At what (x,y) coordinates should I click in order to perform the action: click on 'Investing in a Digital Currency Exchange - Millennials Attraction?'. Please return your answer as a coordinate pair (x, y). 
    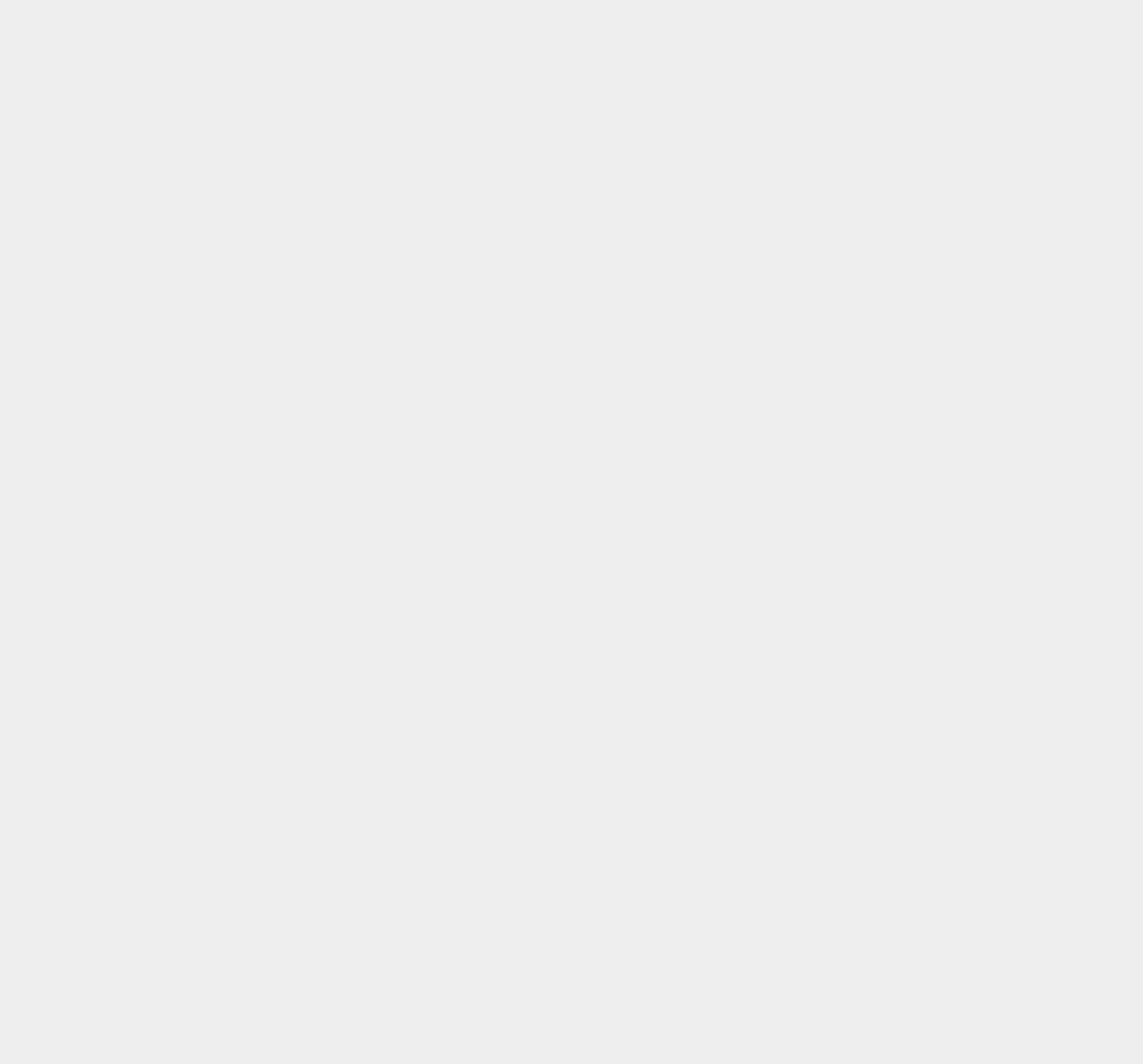
    Looking at the image, I should click on (958, 202).